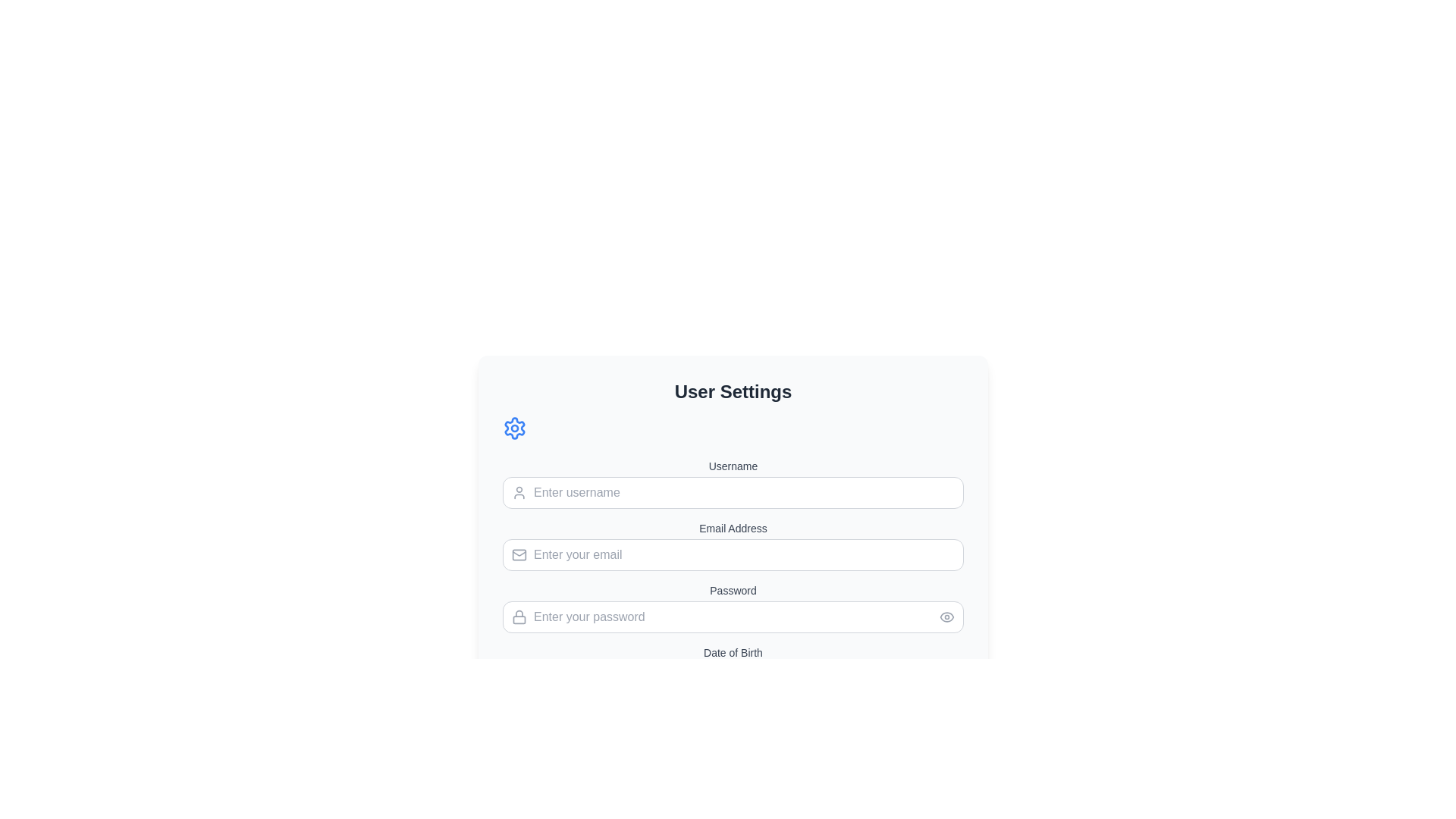  I want to click on the settings icon (cogwheel) positioned directly to the left of the 'User Settings' title, so click(514, 428).